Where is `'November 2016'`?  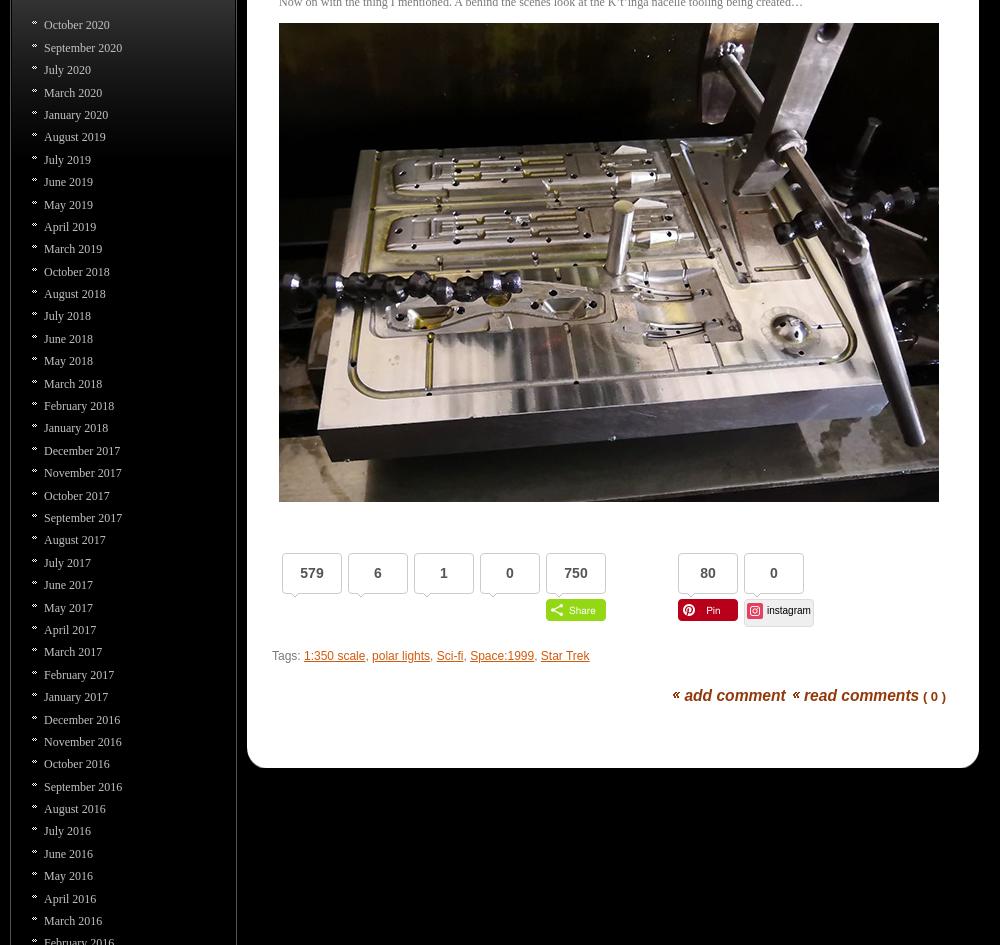 'November 2016' is located at coordinates (81, 740).